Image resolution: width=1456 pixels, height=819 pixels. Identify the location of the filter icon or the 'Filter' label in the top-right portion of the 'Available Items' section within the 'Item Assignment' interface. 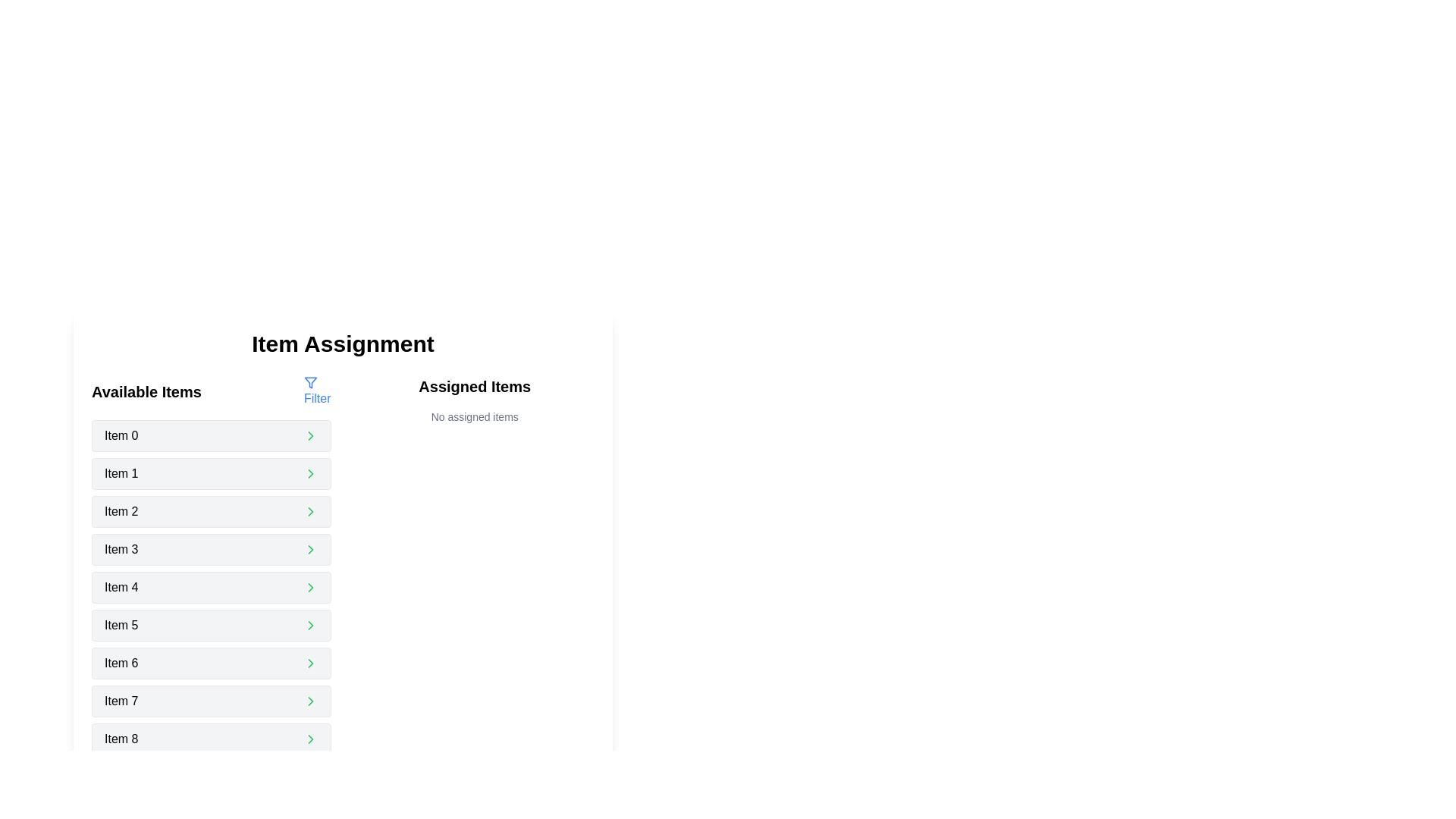
(316, 391).